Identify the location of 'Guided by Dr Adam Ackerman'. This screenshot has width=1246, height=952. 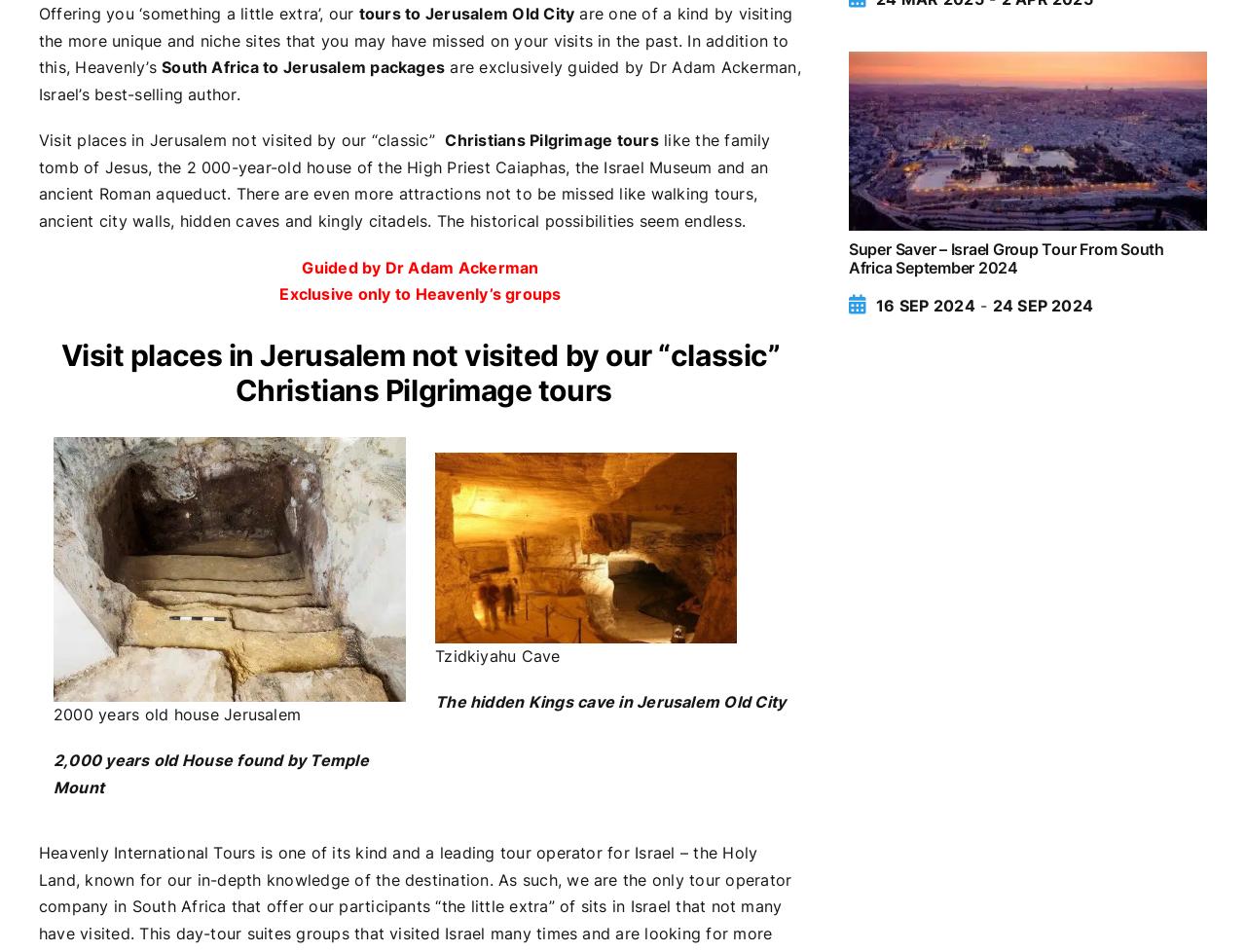
(419, 266).